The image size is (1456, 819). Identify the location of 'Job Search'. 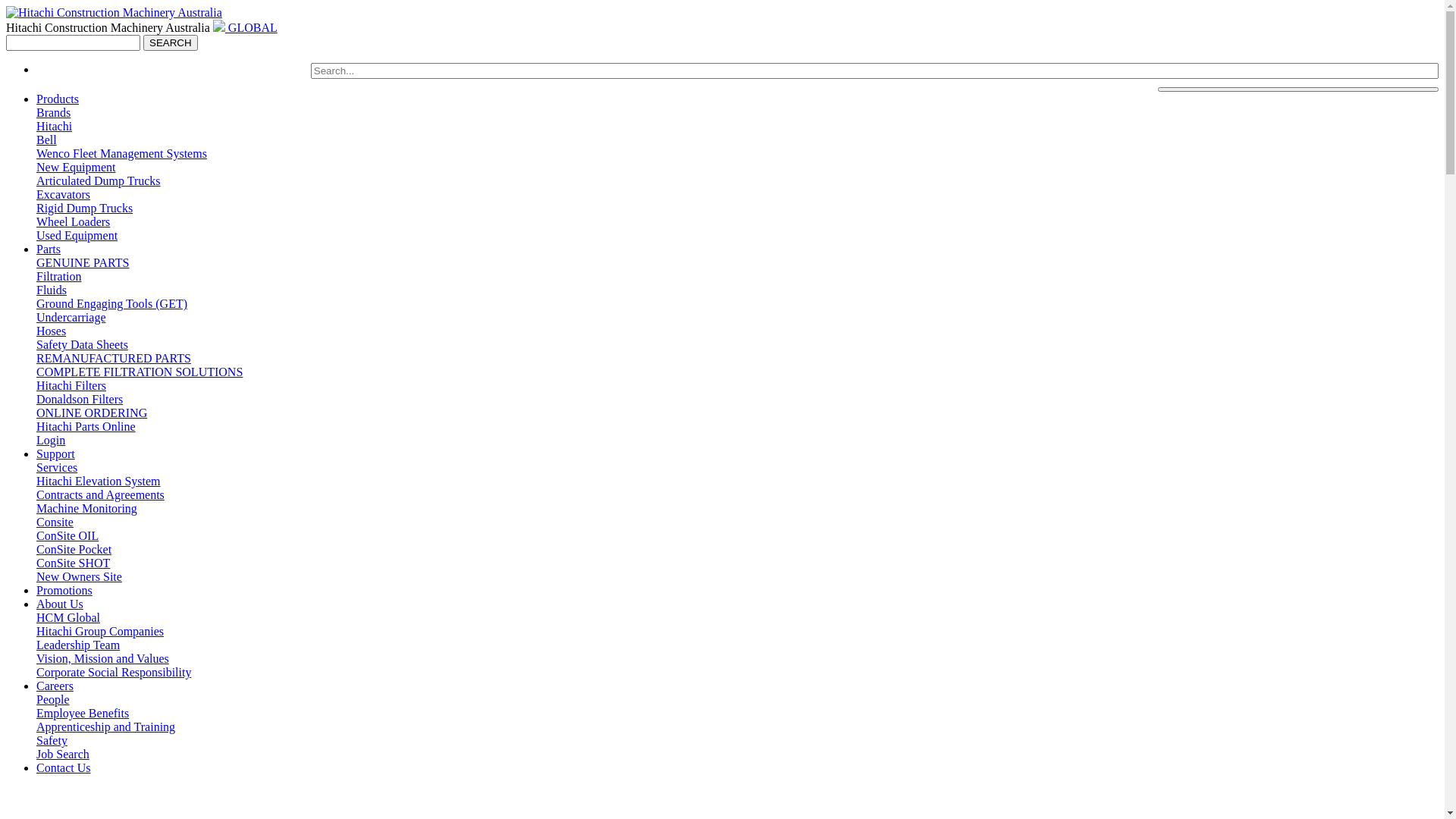
(61, 754).